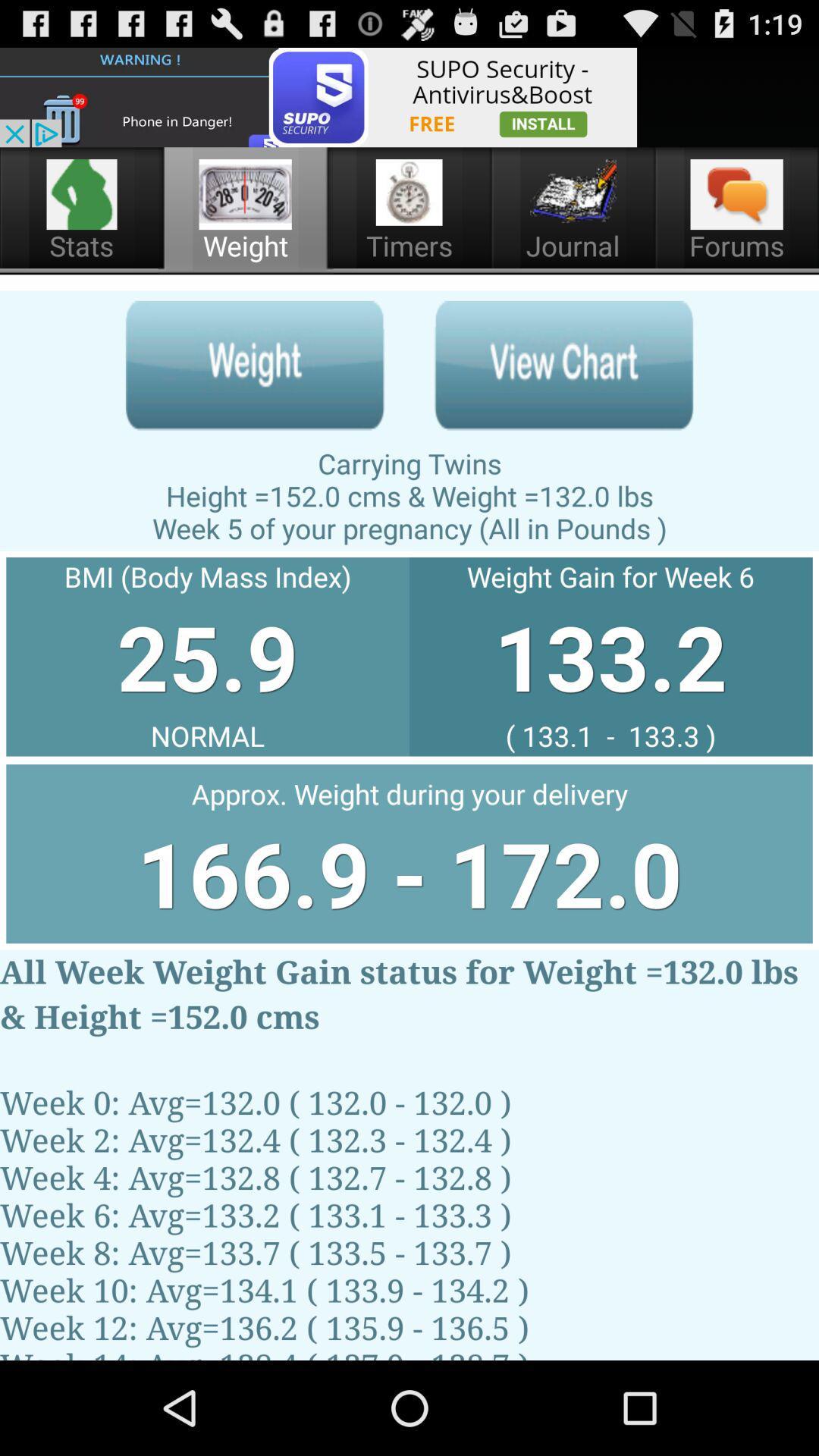 The height and width of the screenshot is (1456, 819). Describe the element at coordinates (254, 366) in the screenshot. I see `opsion` at that location.